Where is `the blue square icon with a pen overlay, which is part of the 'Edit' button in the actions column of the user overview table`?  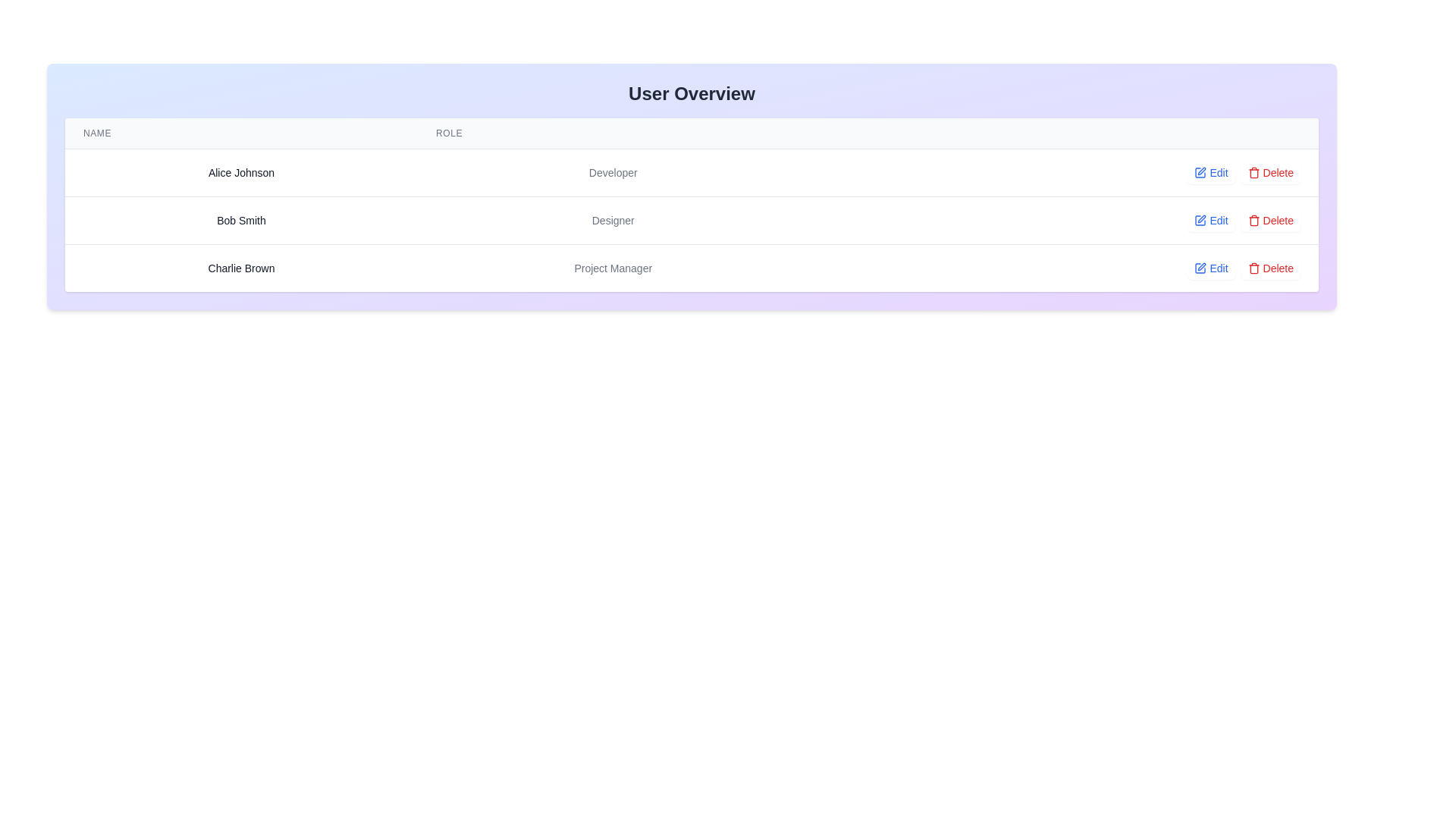
the blue square icon with a pen overlay, which is part of the 'Edit' button in the actions column of the user overview table is located at coordinates (1200, 171).